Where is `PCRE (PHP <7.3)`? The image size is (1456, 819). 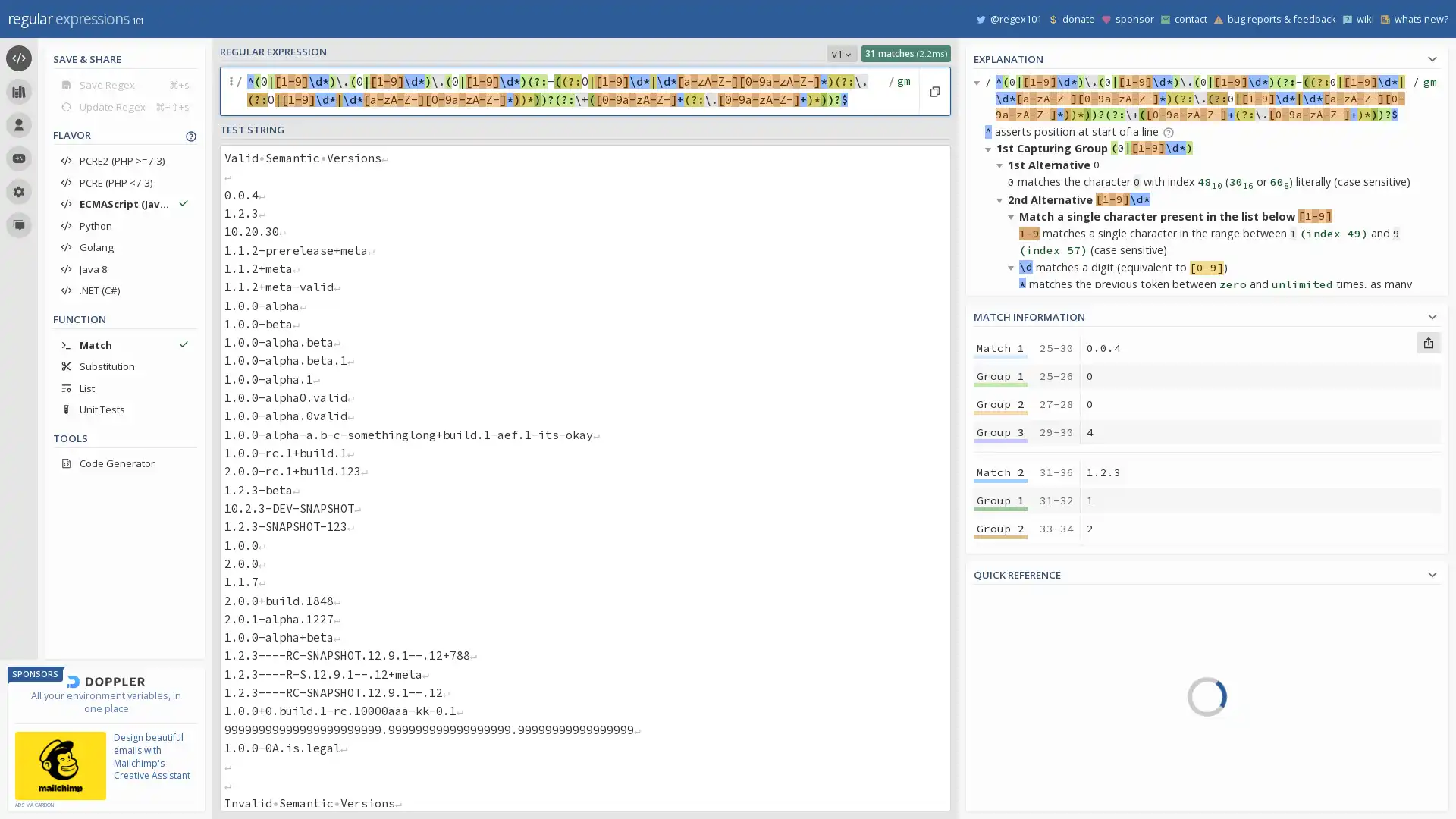 PCRE (PHP <7.3) is located at coordinates (124, 181).